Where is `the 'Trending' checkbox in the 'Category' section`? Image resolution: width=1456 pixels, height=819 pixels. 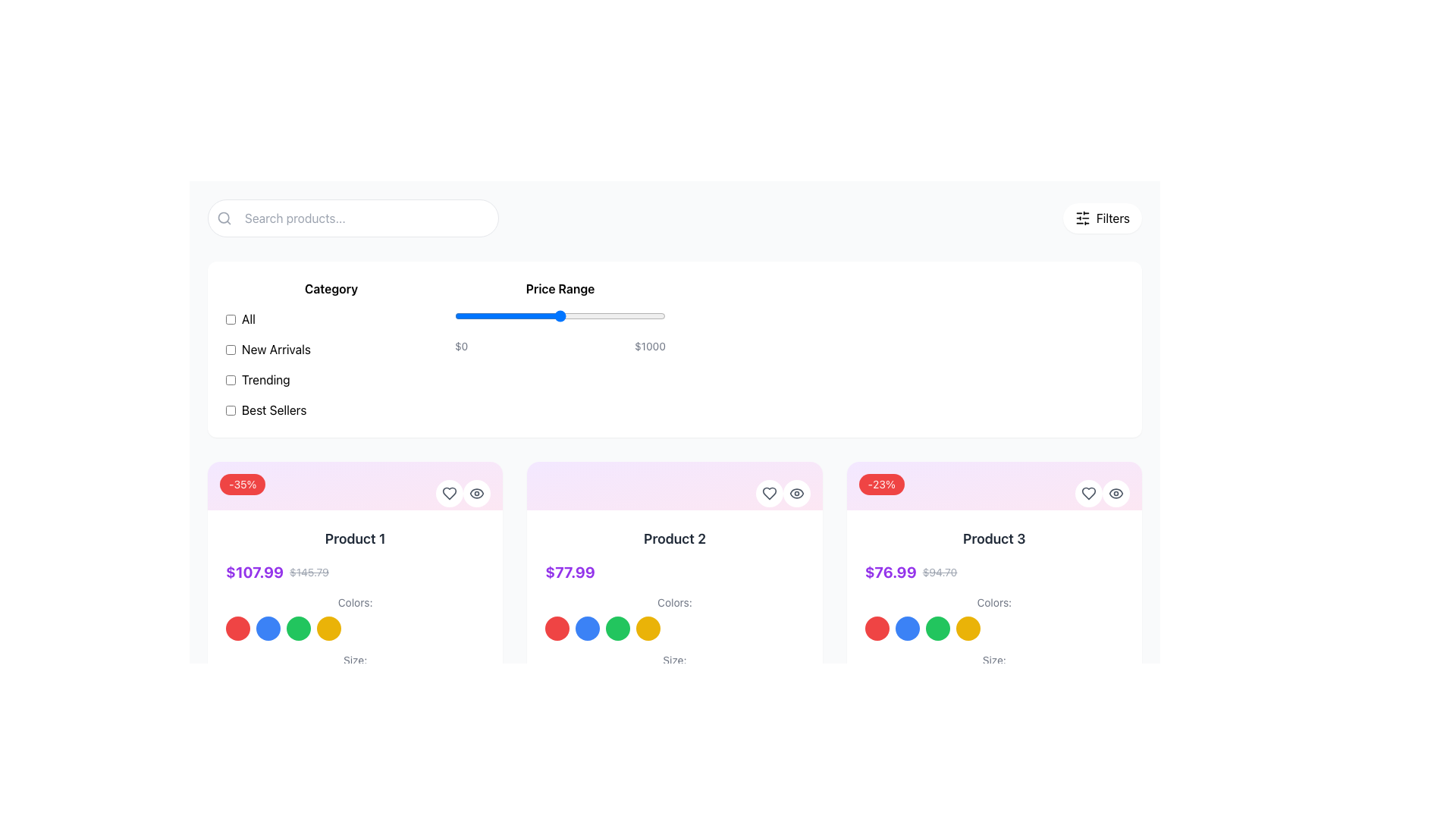
the 'Trending' checkbox in the 'Category' section is located at coordinates (330, 379).